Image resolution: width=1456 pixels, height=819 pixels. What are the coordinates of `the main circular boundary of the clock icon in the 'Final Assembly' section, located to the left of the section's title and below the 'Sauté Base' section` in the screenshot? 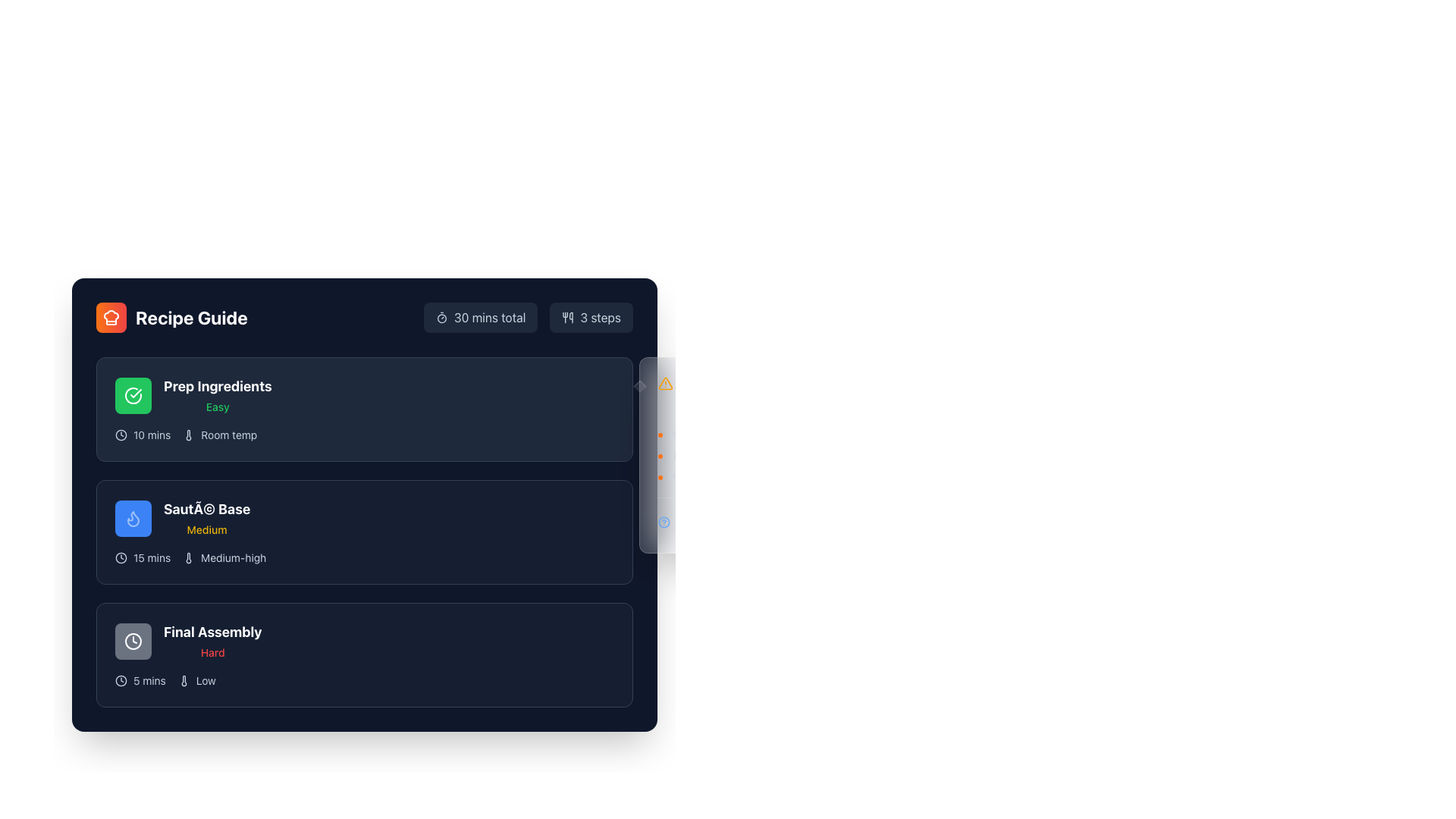 It's located at (120, 558).